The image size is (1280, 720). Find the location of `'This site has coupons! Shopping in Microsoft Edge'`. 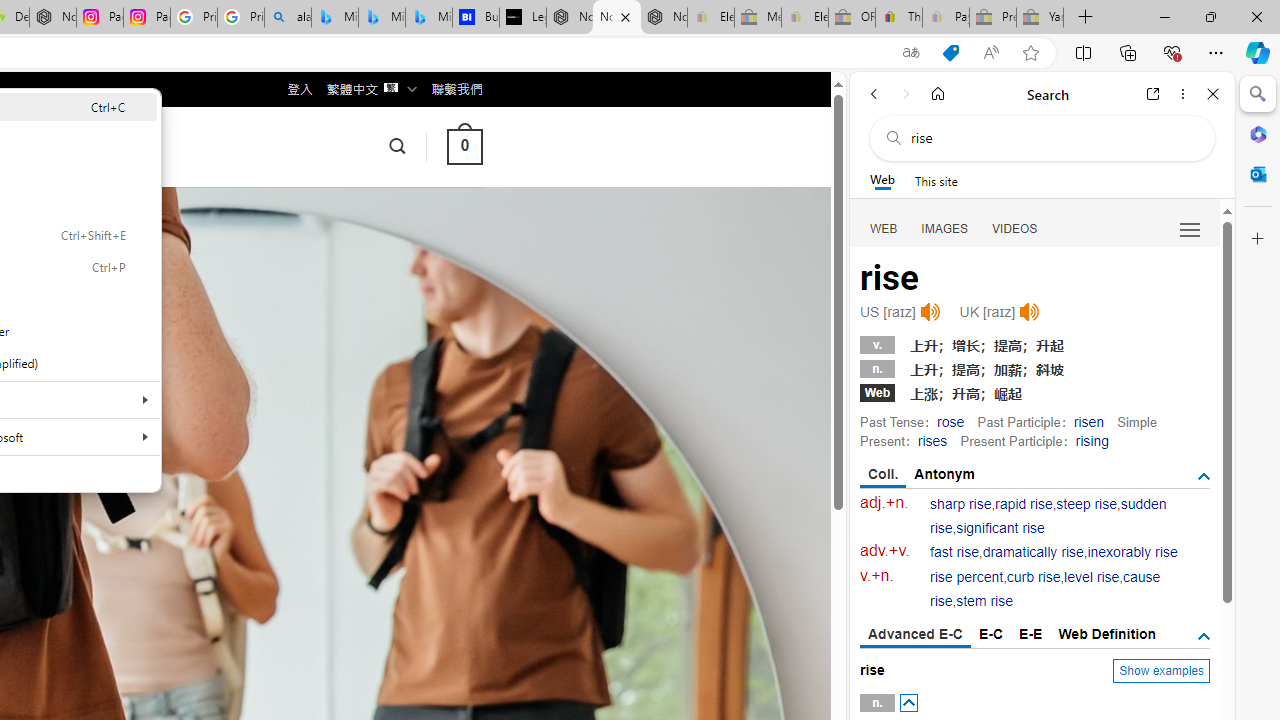

'This site has coupons! Shopping in Microsoft Edge' is located at coordinates (950, 52).